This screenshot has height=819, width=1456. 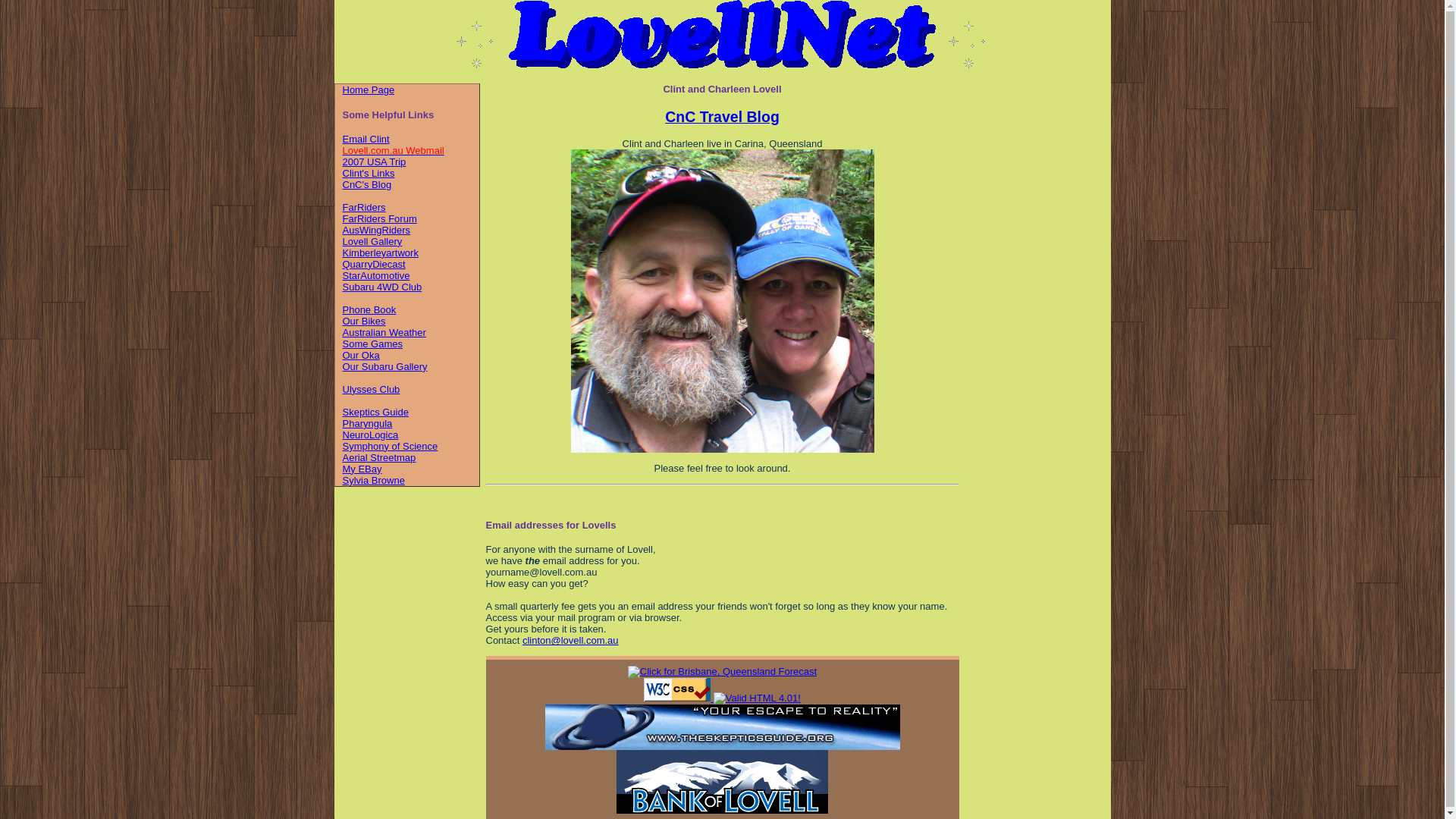 I want to click on 'AusWingRiders', so click(x=377, y=230).